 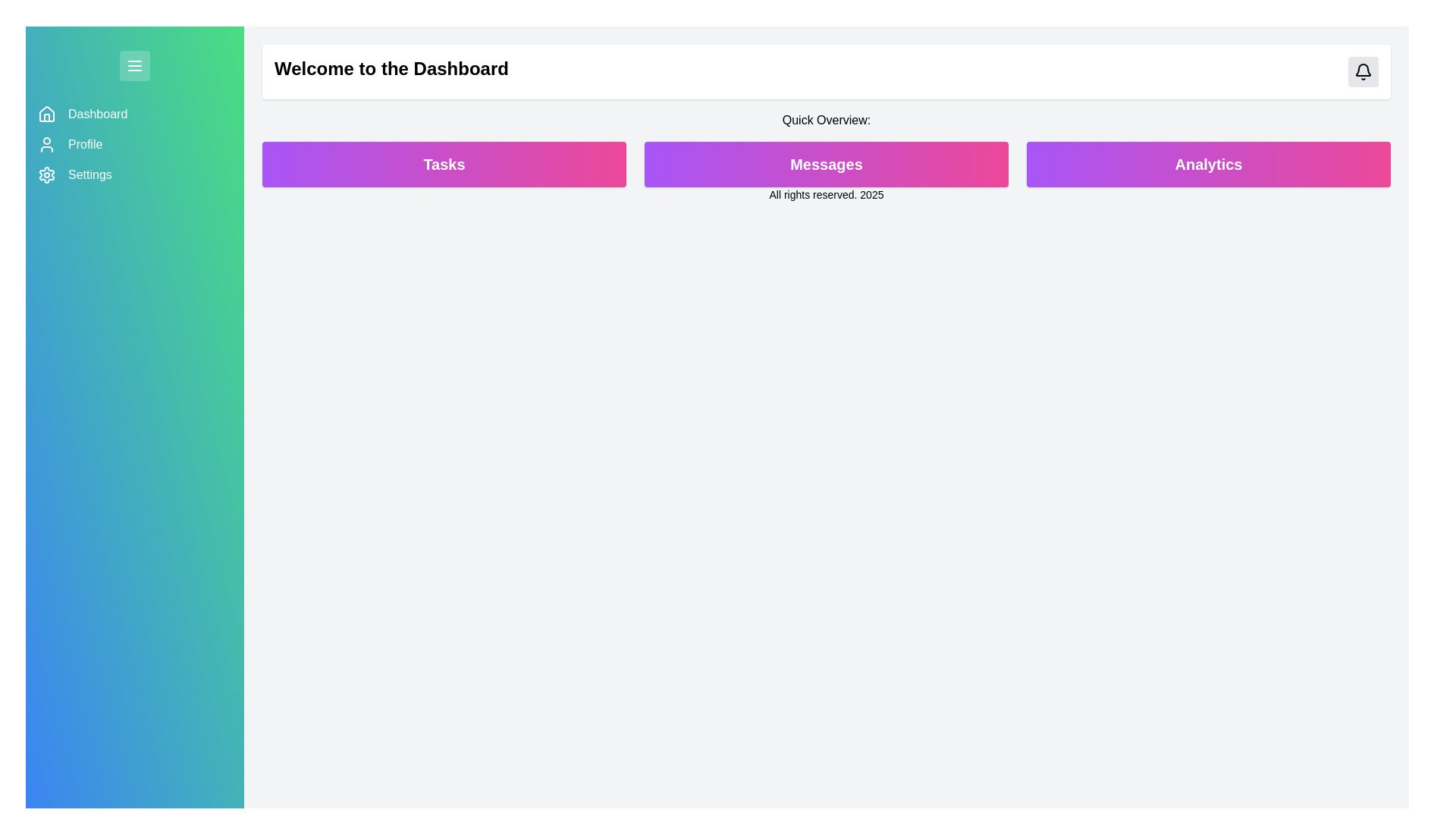 What do you see at coordinates (134, 65) in the screenshot?
I see `the toggle button located at the top-left corner of the vertical navigation bar` at bounding box center [134, 65].